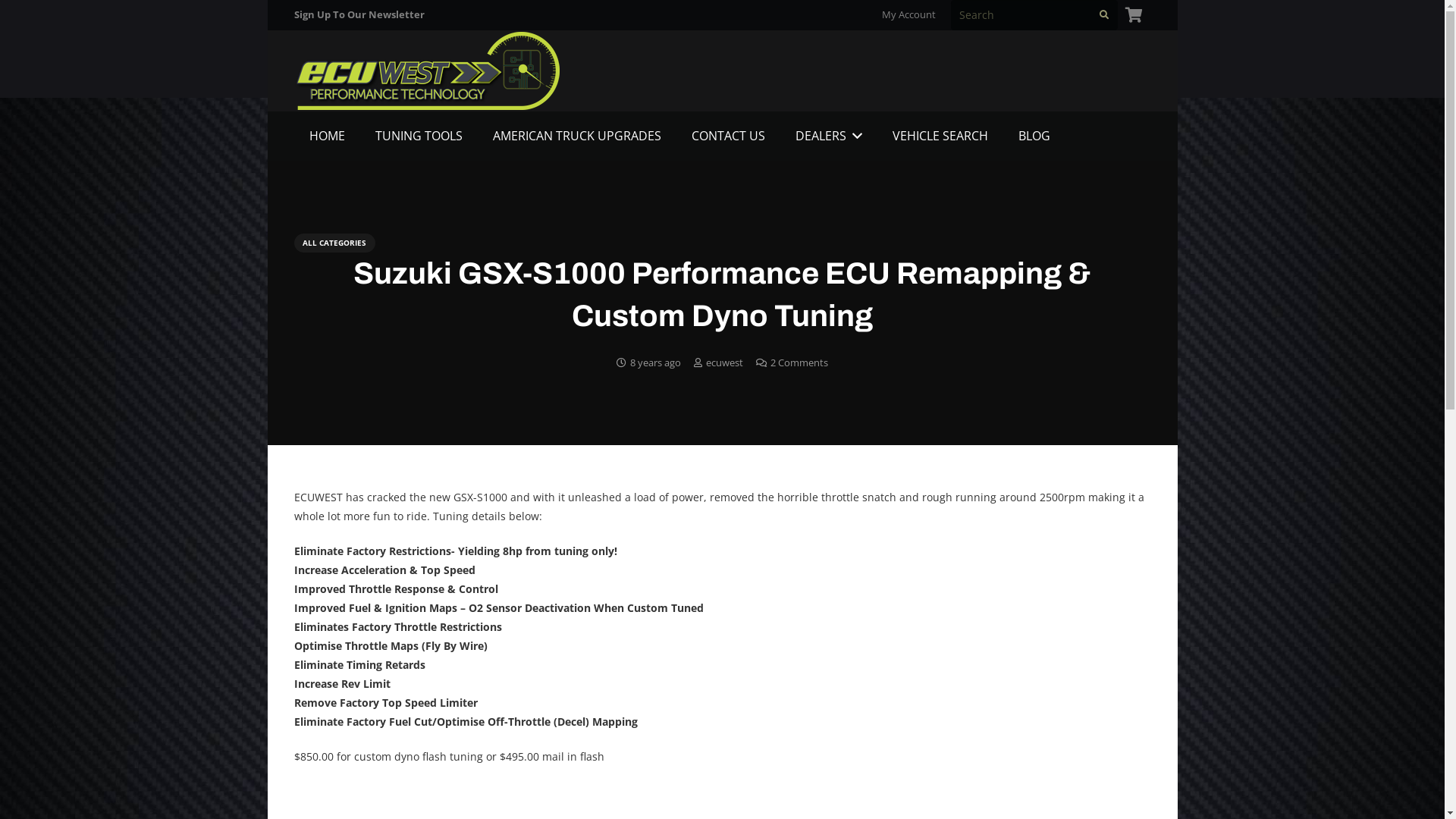  I want to click on 'AMERICAN TRUCK UPGRADES', so click(576, 135).